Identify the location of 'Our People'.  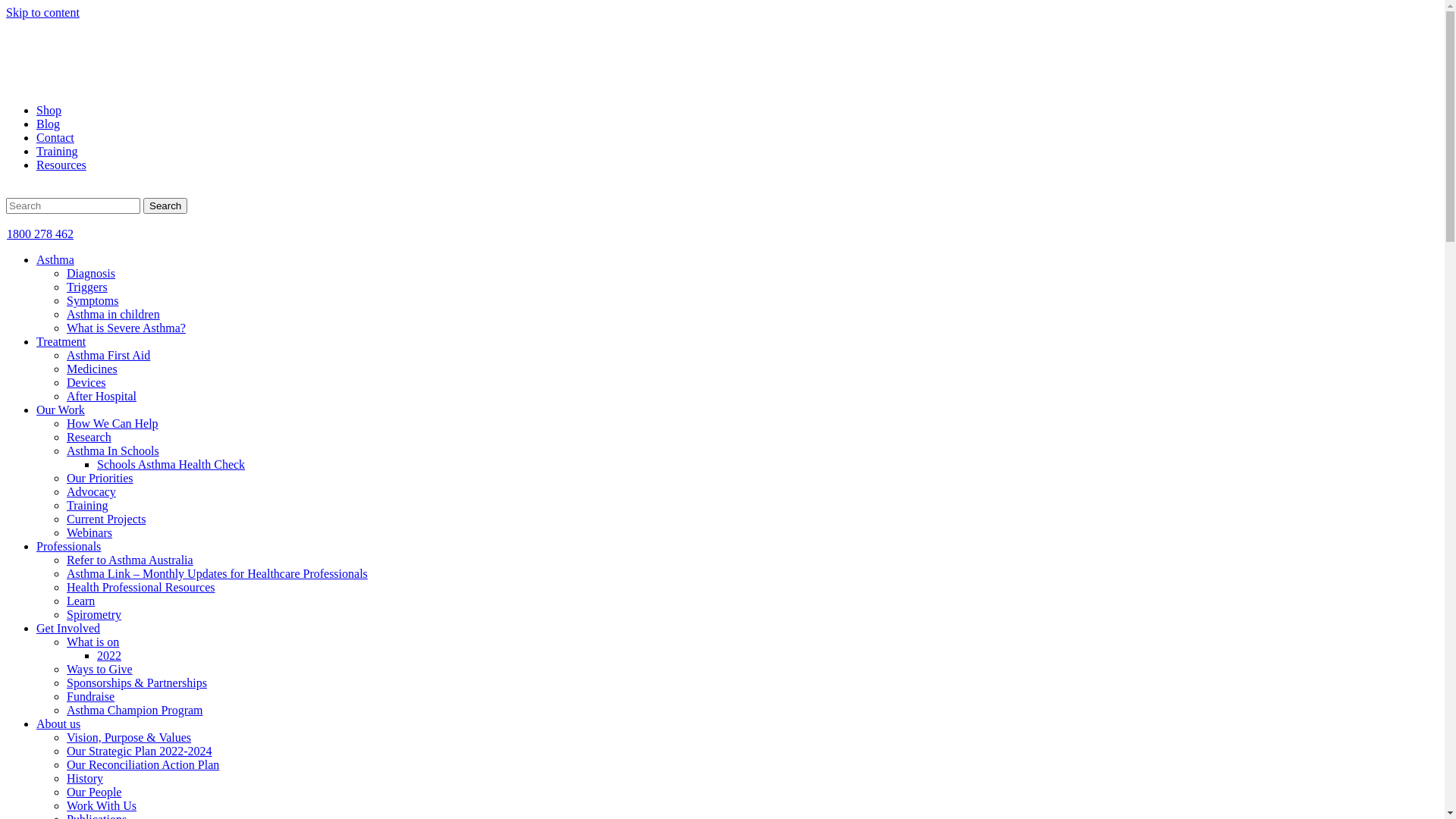
(93, 791).